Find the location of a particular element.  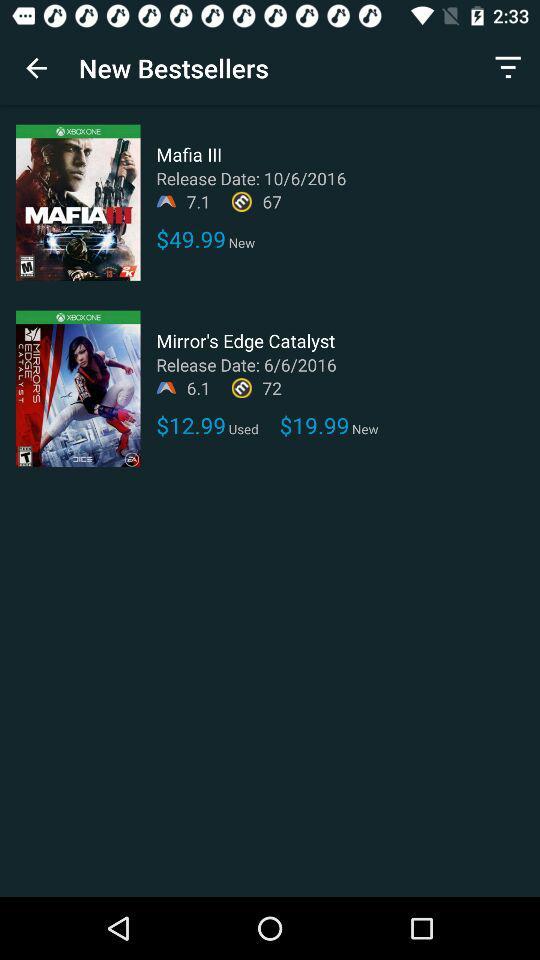

app next to new bestsellers app is located at coordinates (508, 68).